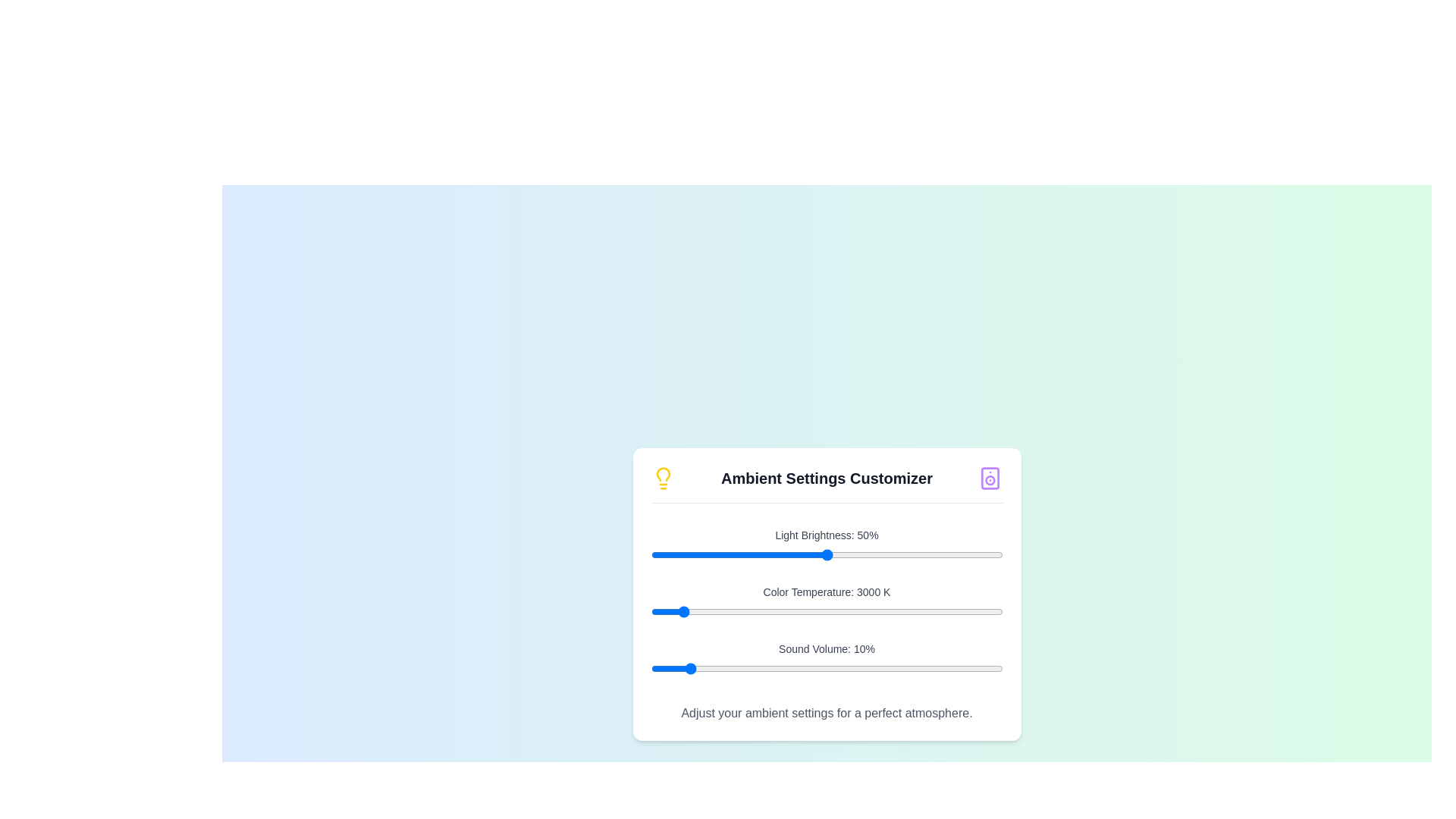 Image resolution: width=1456 pixels, height=819 pixels. I want to click on the light brightness, so click(661, 555).